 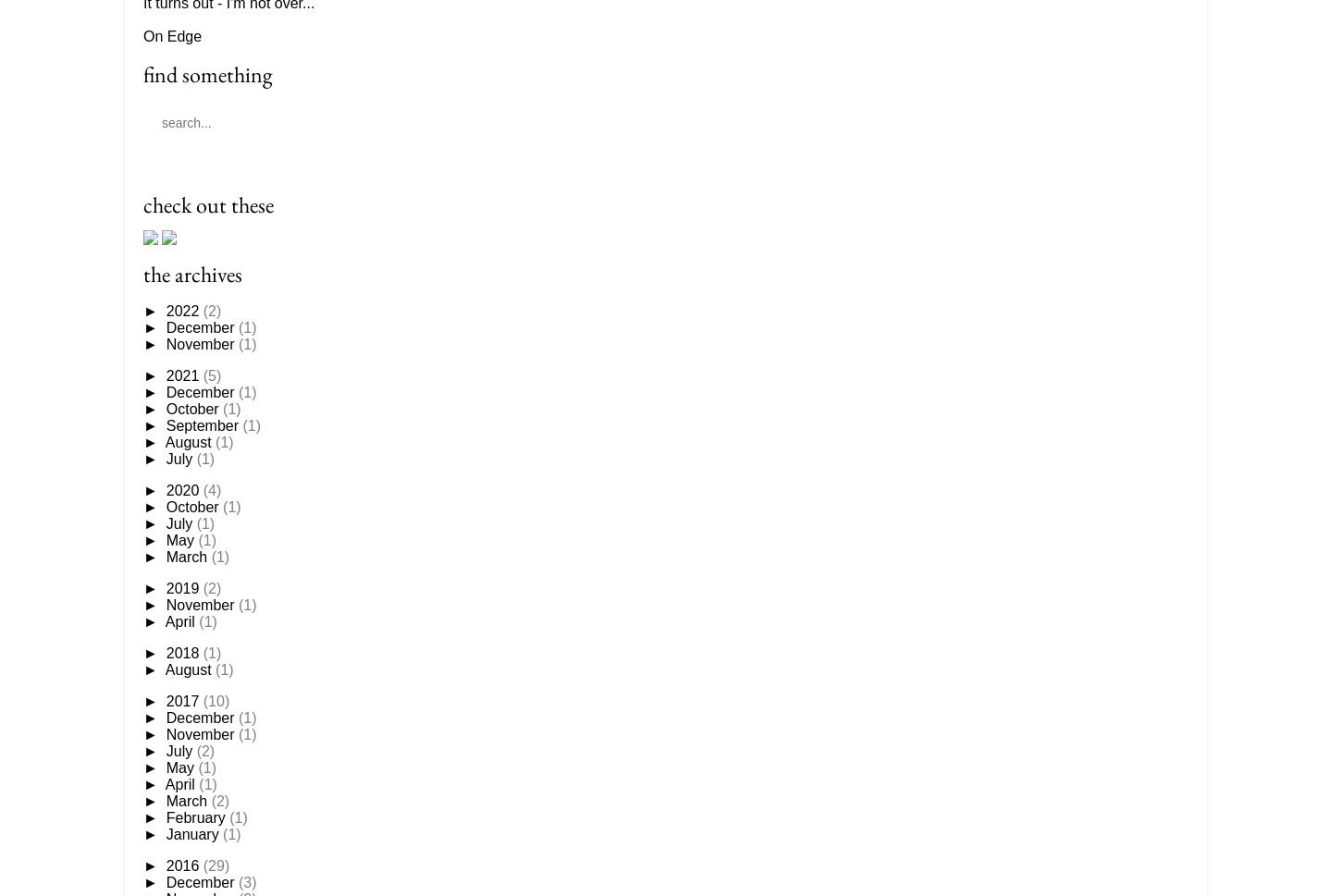 What do you see at coordinates (142, 73) in the screenshot?
I see `'find something'` at bounding box center [142, 73].